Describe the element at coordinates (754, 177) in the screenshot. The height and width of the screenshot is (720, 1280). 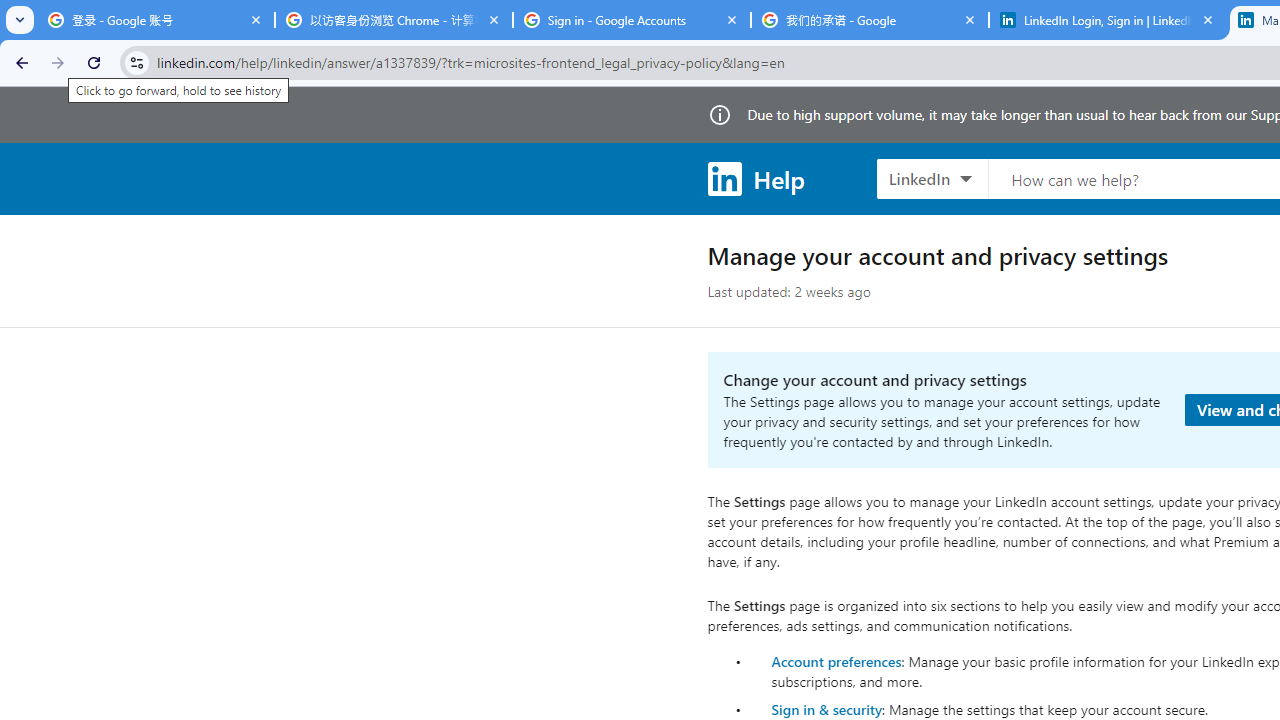
I see `'Help'` at that location.